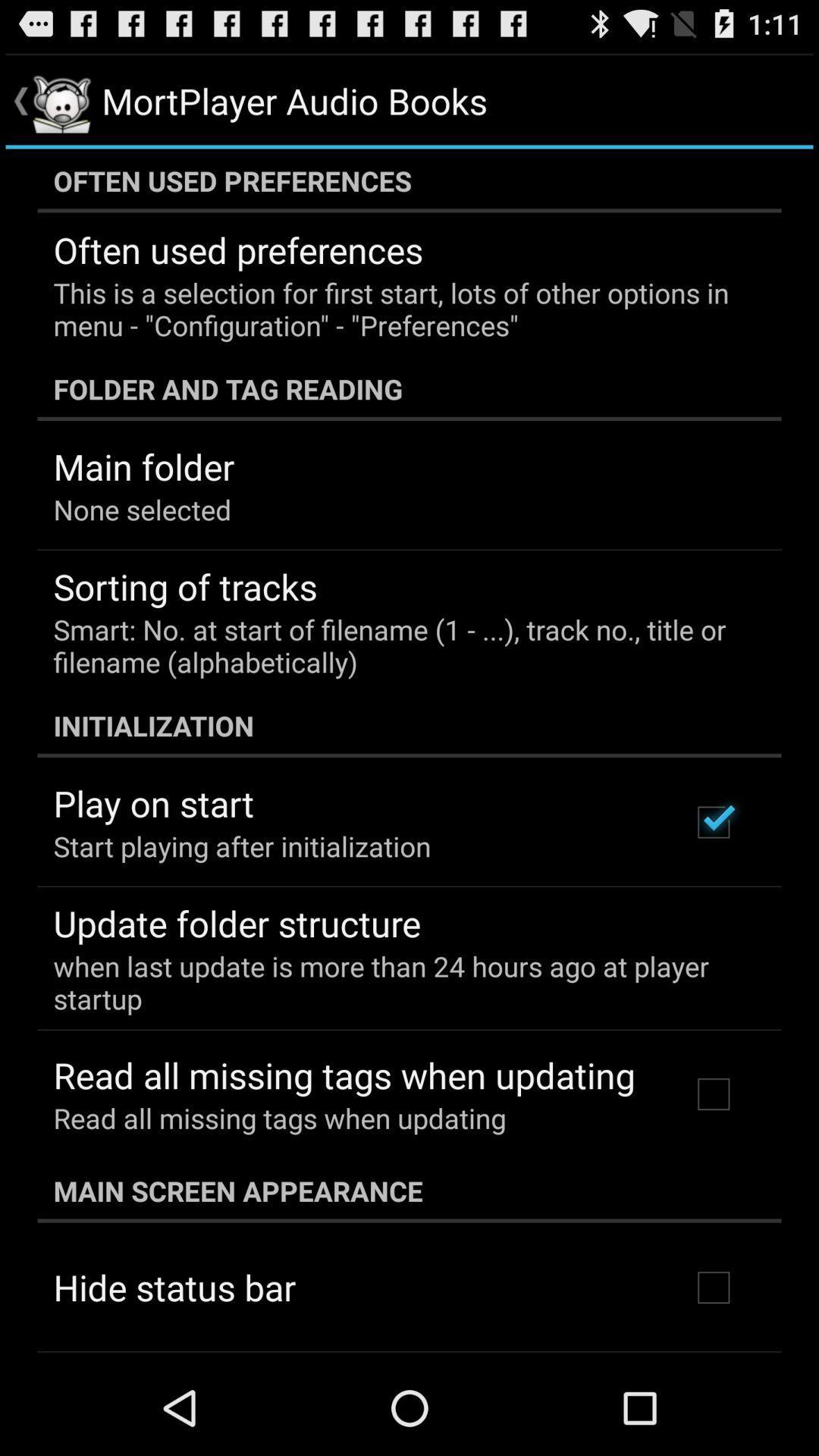 The width and height of the screenshot is (819, 1456). I want to click on icon below update folder structure app, so click(398, 982).